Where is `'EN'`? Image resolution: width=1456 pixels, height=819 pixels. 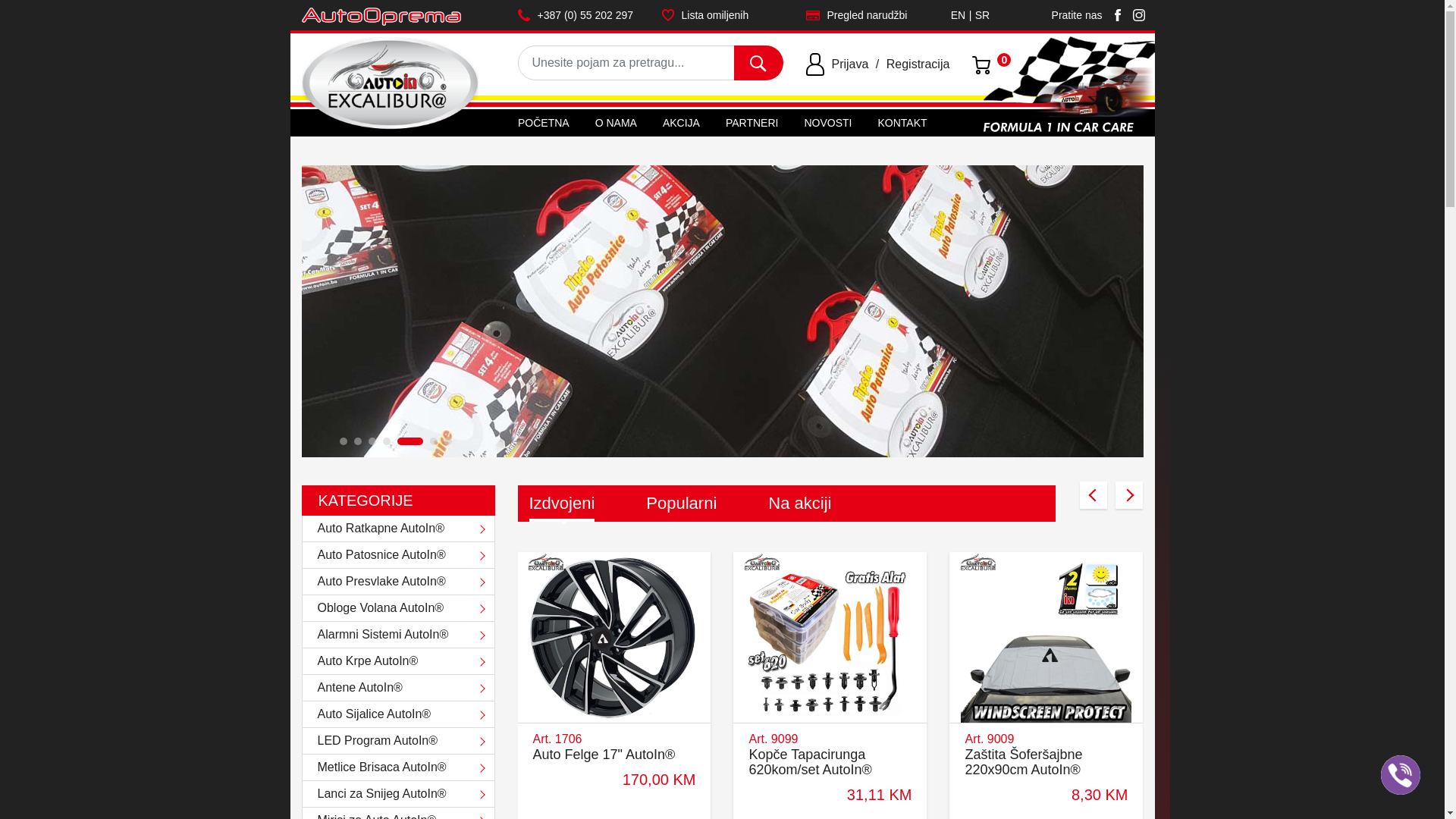
'EN' is located at coordinates (957, 20).